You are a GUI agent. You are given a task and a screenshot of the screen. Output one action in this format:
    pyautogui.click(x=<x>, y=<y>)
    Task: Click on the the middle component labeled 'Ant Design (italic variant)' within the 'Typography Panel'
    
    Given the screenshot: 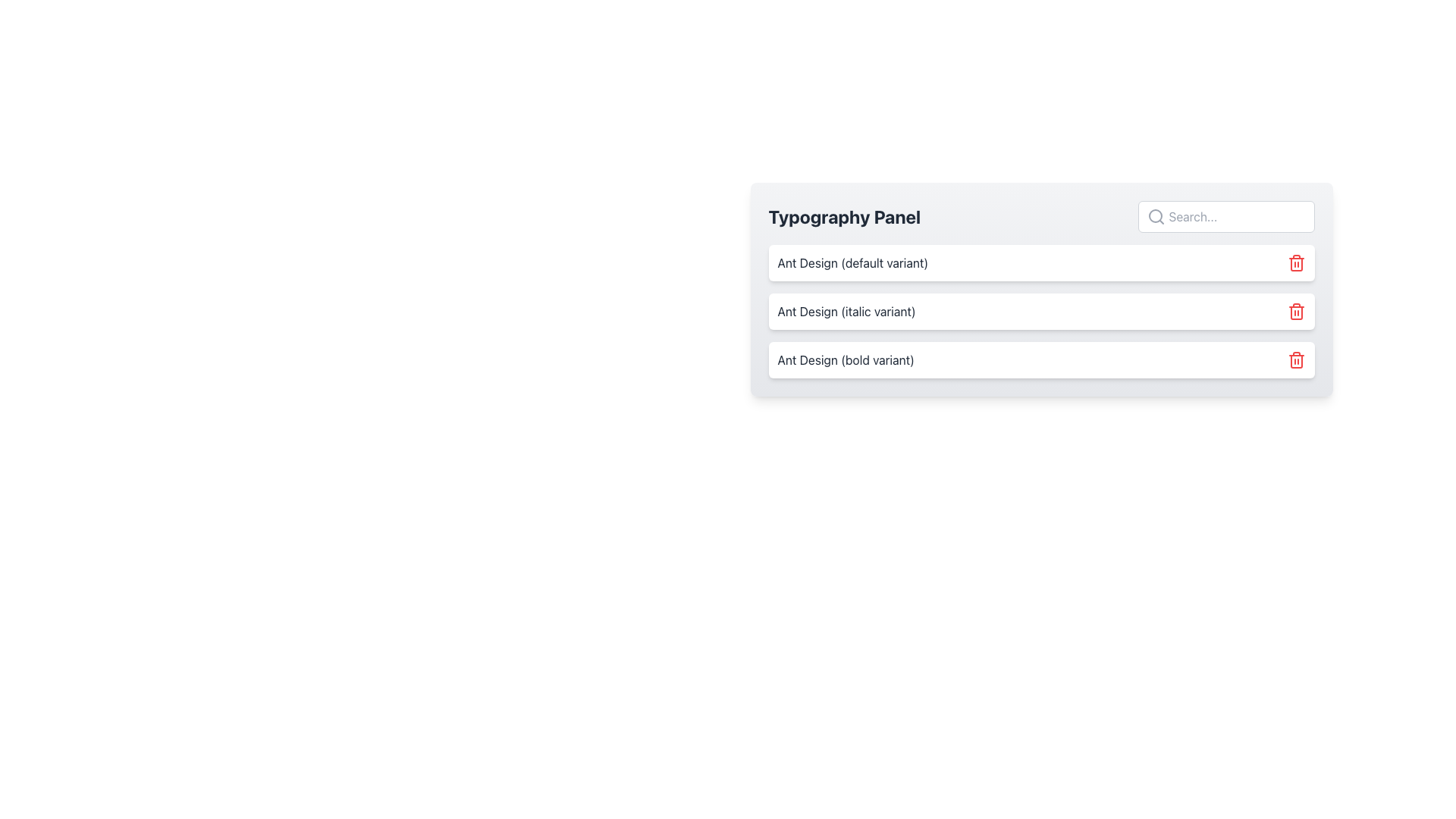 What is the action you would take?
    pyautogui.click(x=1040, y=311)
    